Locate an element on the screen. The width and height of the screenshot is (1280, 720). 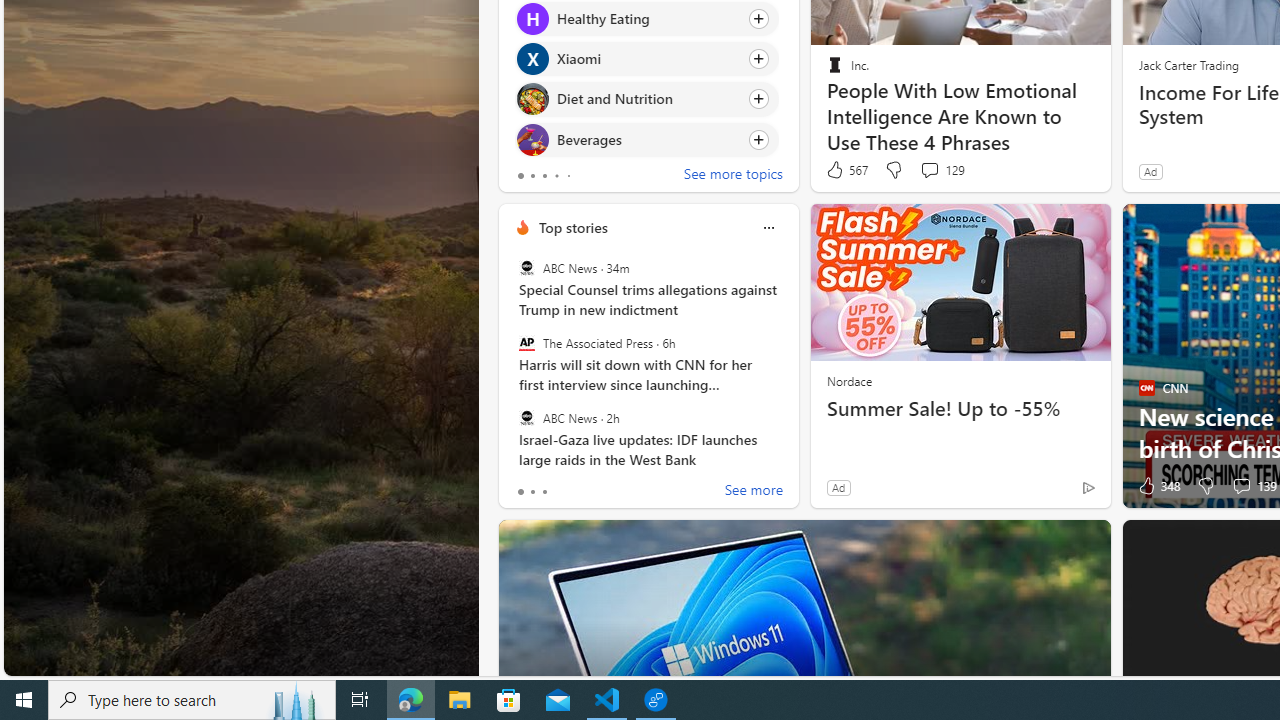
'348 Like' is located at coordinates (1157, 486).